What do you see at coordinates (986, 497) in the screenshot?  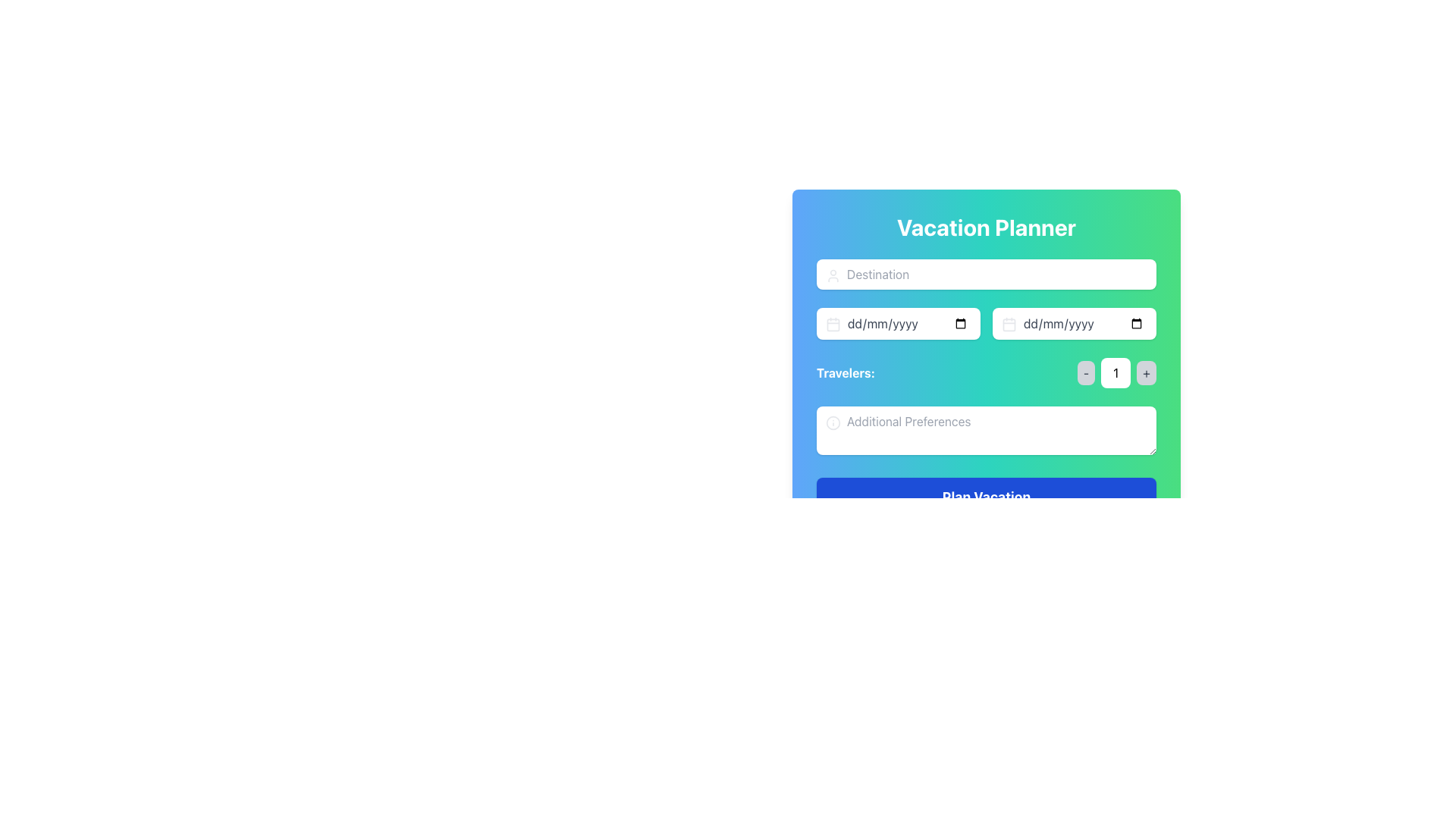 I see `the 'Plan Vacation' button located at the bottom of the form-like interface, beneath the 'Additional Preferences' input field` at bounding box center [986, 497].